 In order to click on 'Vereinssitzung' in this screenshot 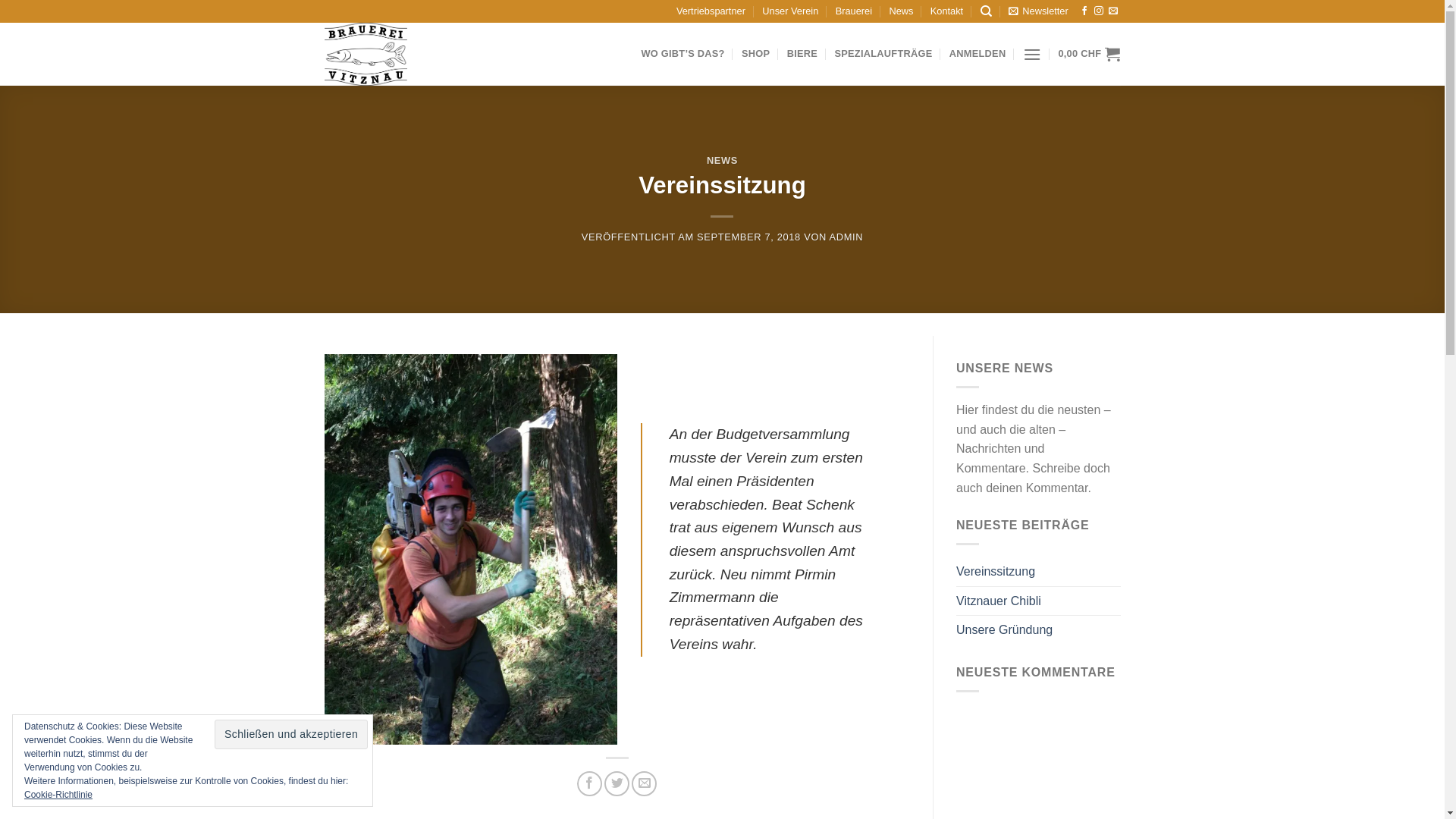, I will do `click(996, 571)`.